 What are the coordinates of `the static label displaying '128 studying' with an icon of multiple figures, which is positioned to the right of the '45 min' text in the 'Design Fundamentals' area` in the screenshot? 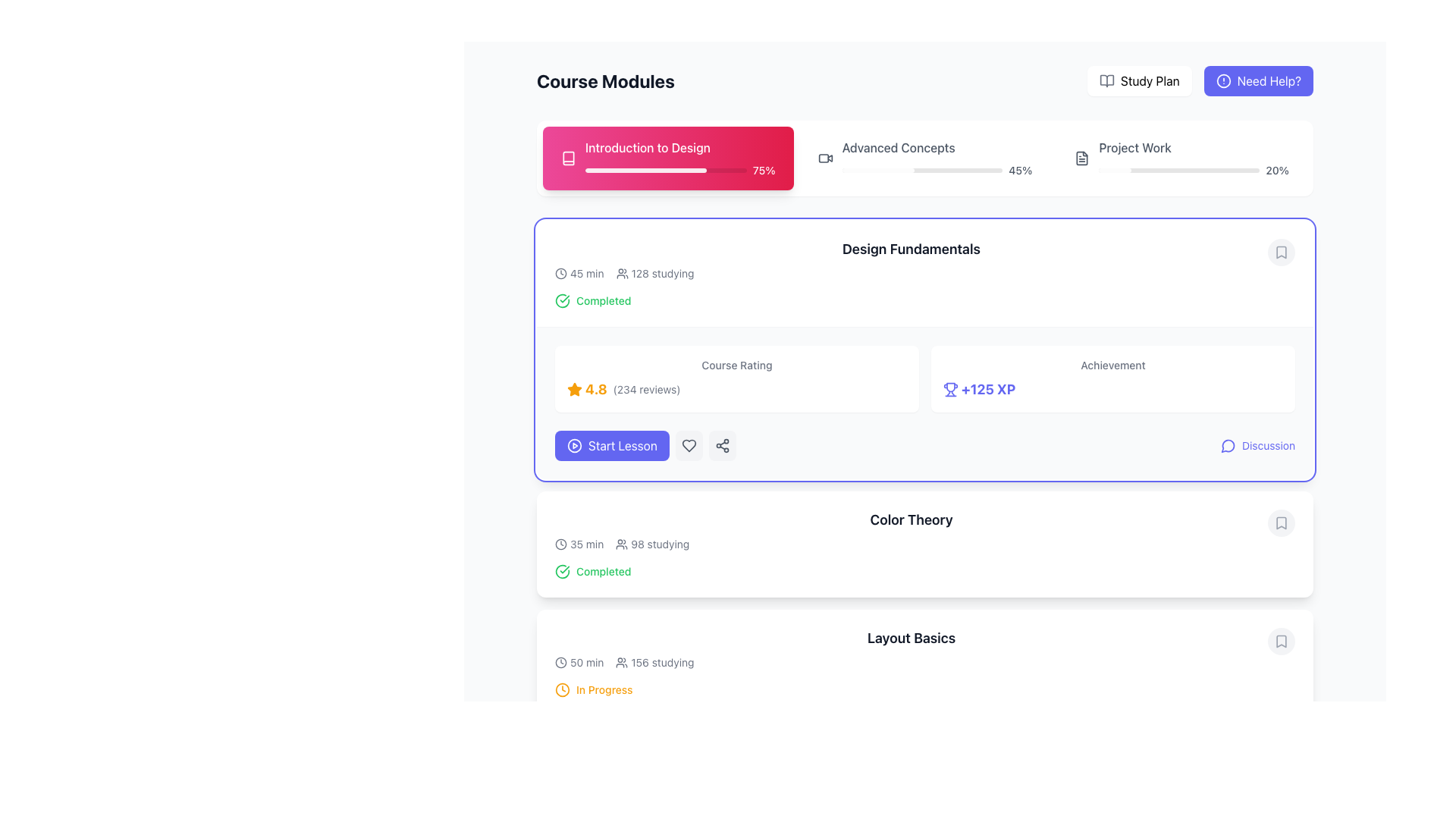 It's located at (655, 274).